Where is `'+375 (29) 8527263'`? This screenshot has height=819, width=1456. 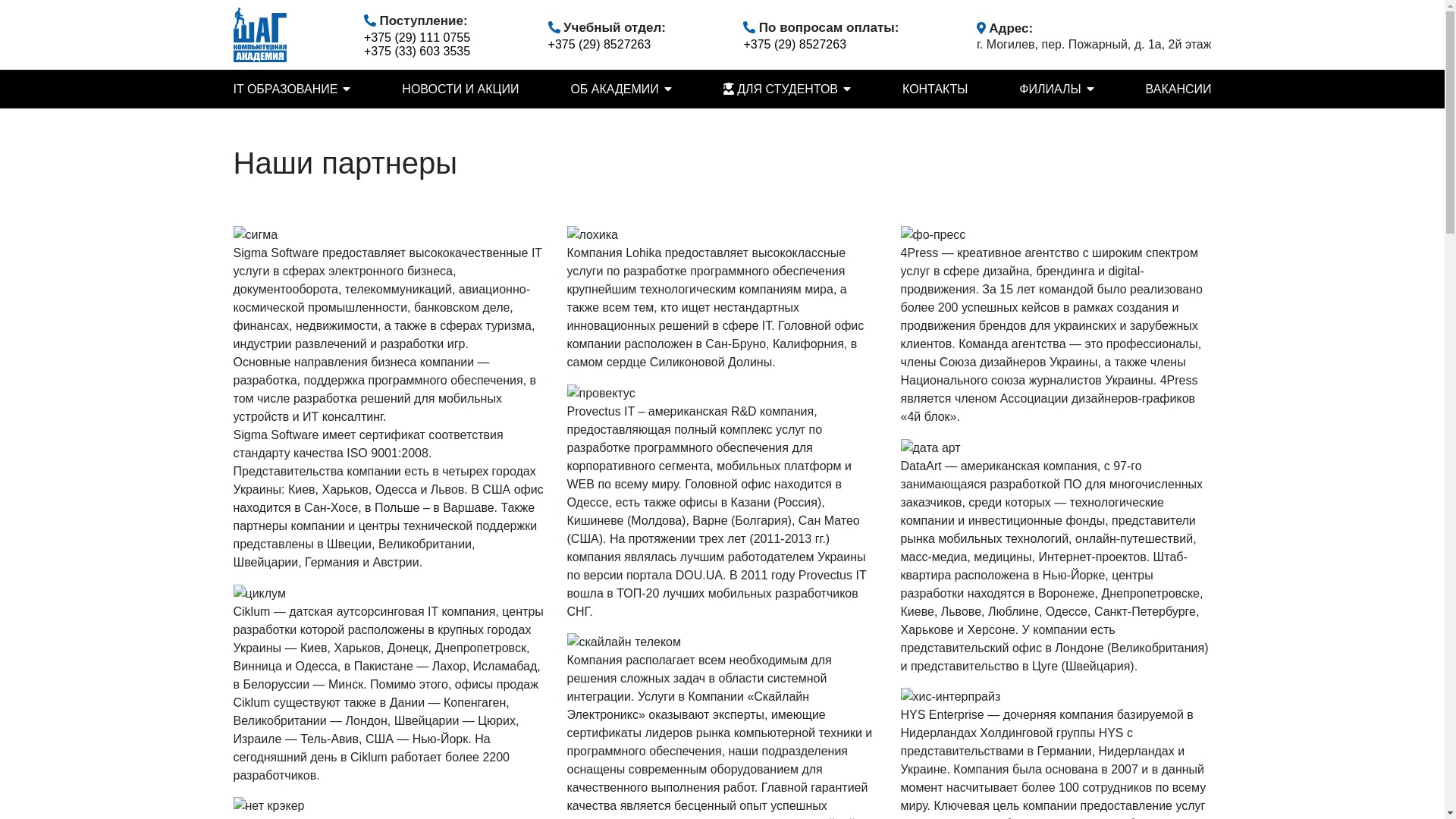
'+375 (29) 8527263' is located at coordinates (793, 43).